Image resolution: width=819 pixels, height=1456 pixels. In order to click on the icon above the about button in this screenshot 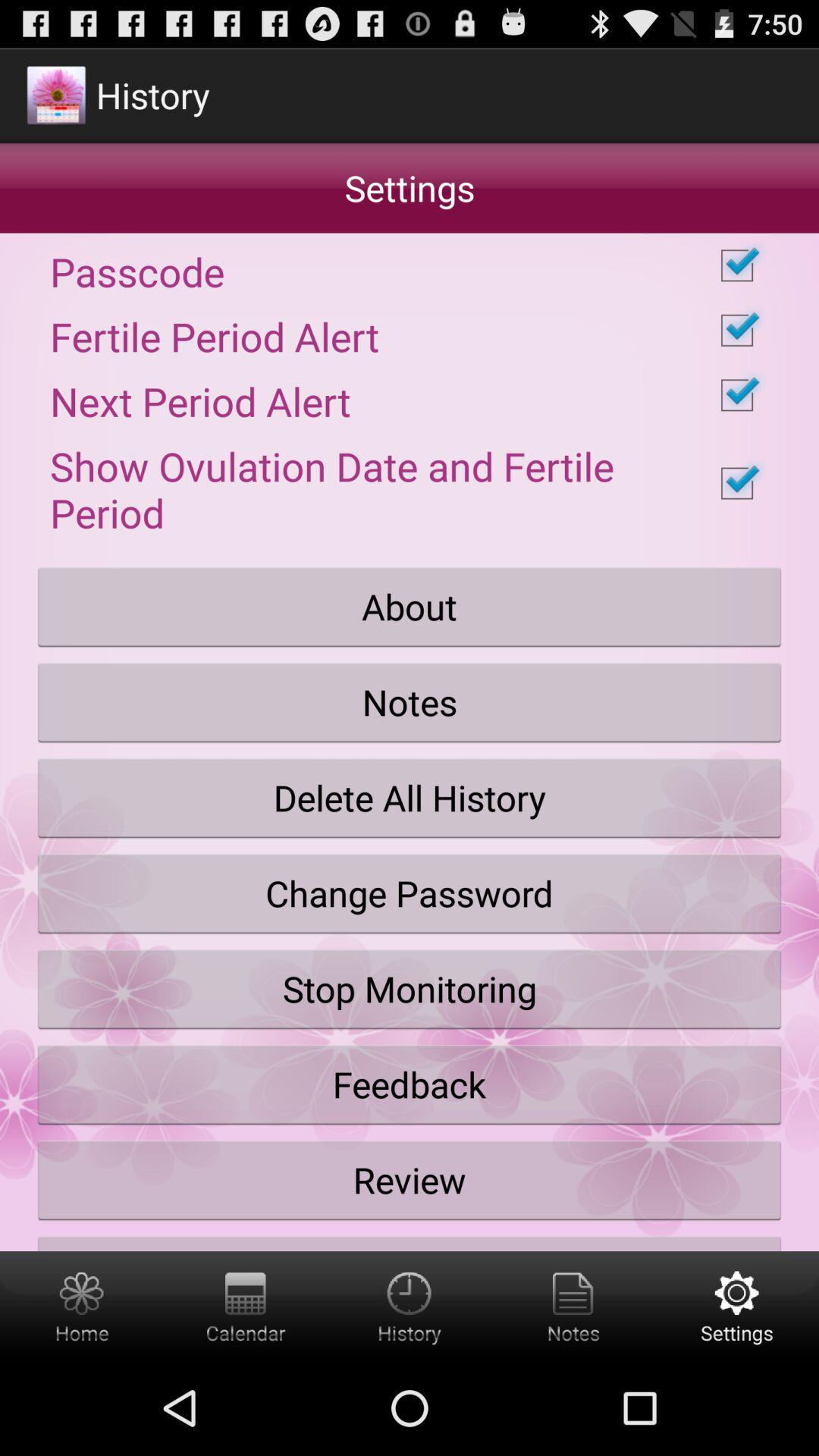, I will do `click(409, 482)`.